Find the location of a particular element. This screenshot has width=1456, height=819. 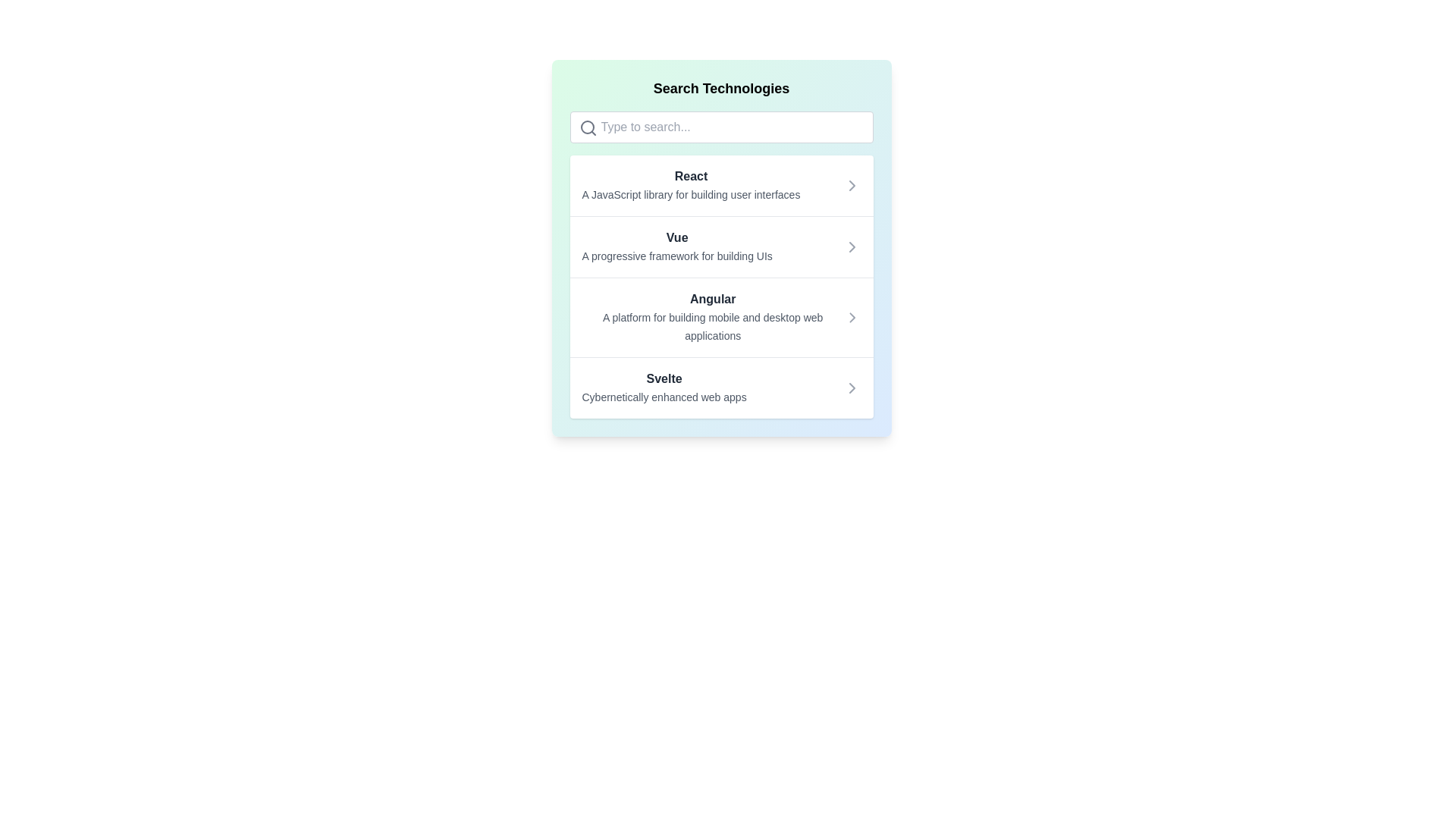

the 'React' list item in the navigational menu is located at coordinates (720, 185).